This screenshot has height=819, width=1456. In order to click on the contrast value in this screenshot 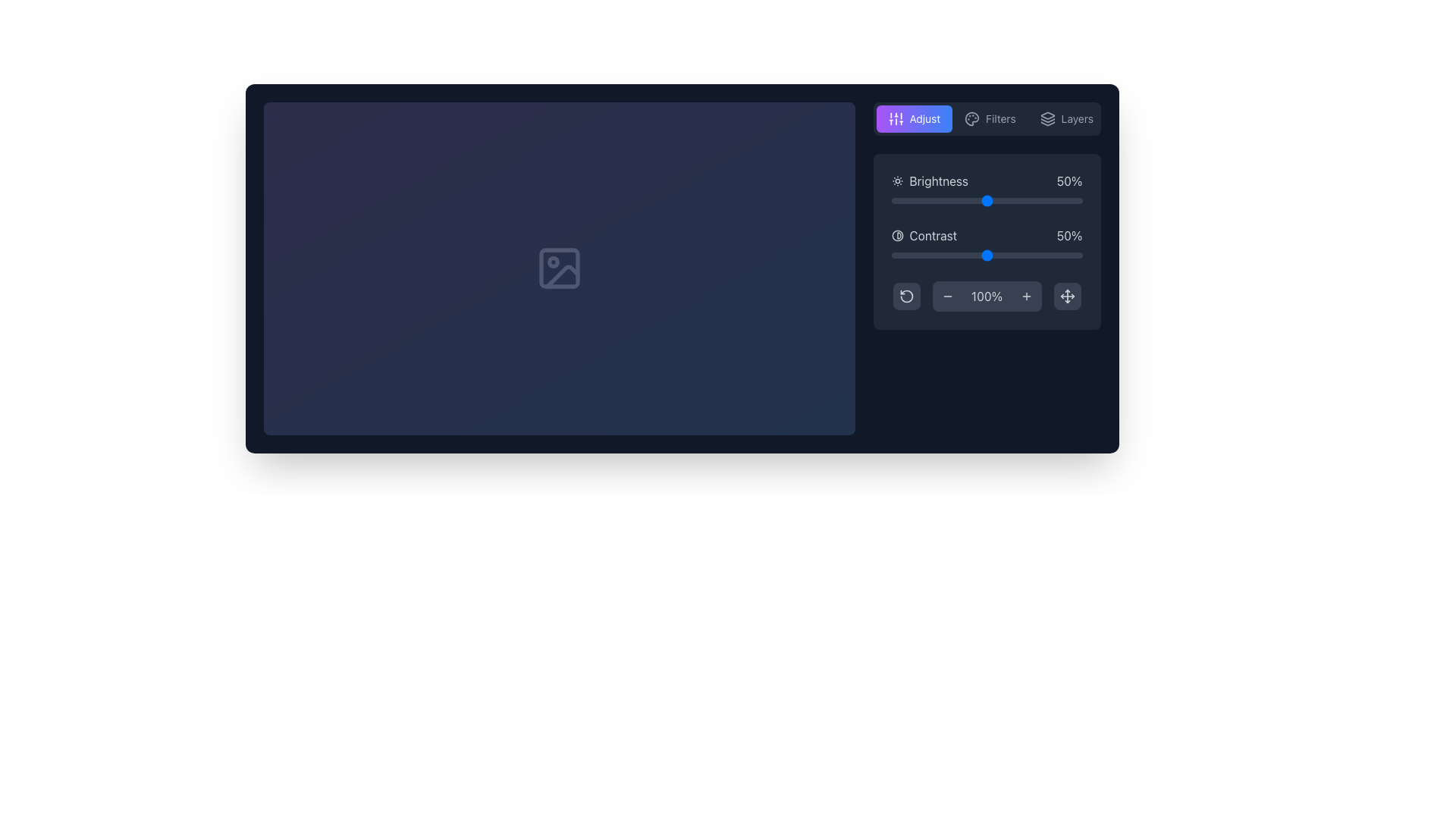, I will do `click(895, 254)`.